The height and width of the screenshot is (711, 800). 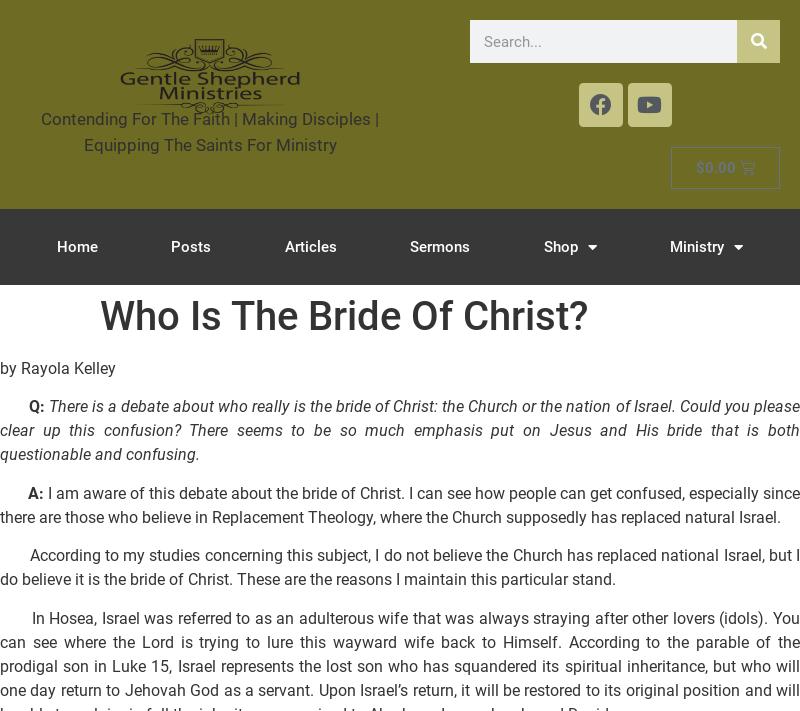 What do you see at coordinates (35, 492) in the screenshot?
I see `'A:'` at bounding box center [35, 492].